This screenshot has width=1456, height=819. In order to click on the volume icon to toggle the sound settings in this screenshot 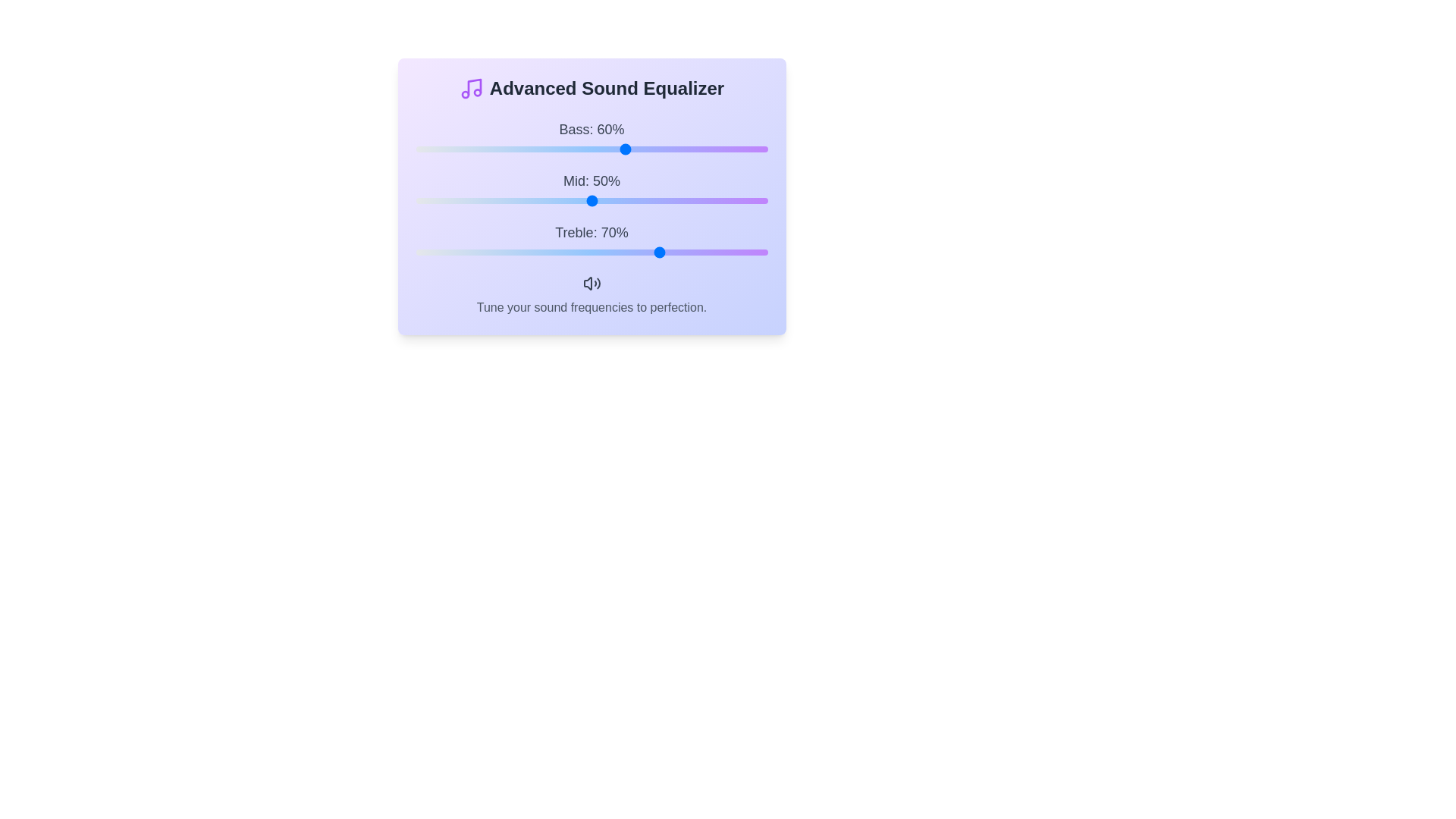, I will do `click(591, 283)`.